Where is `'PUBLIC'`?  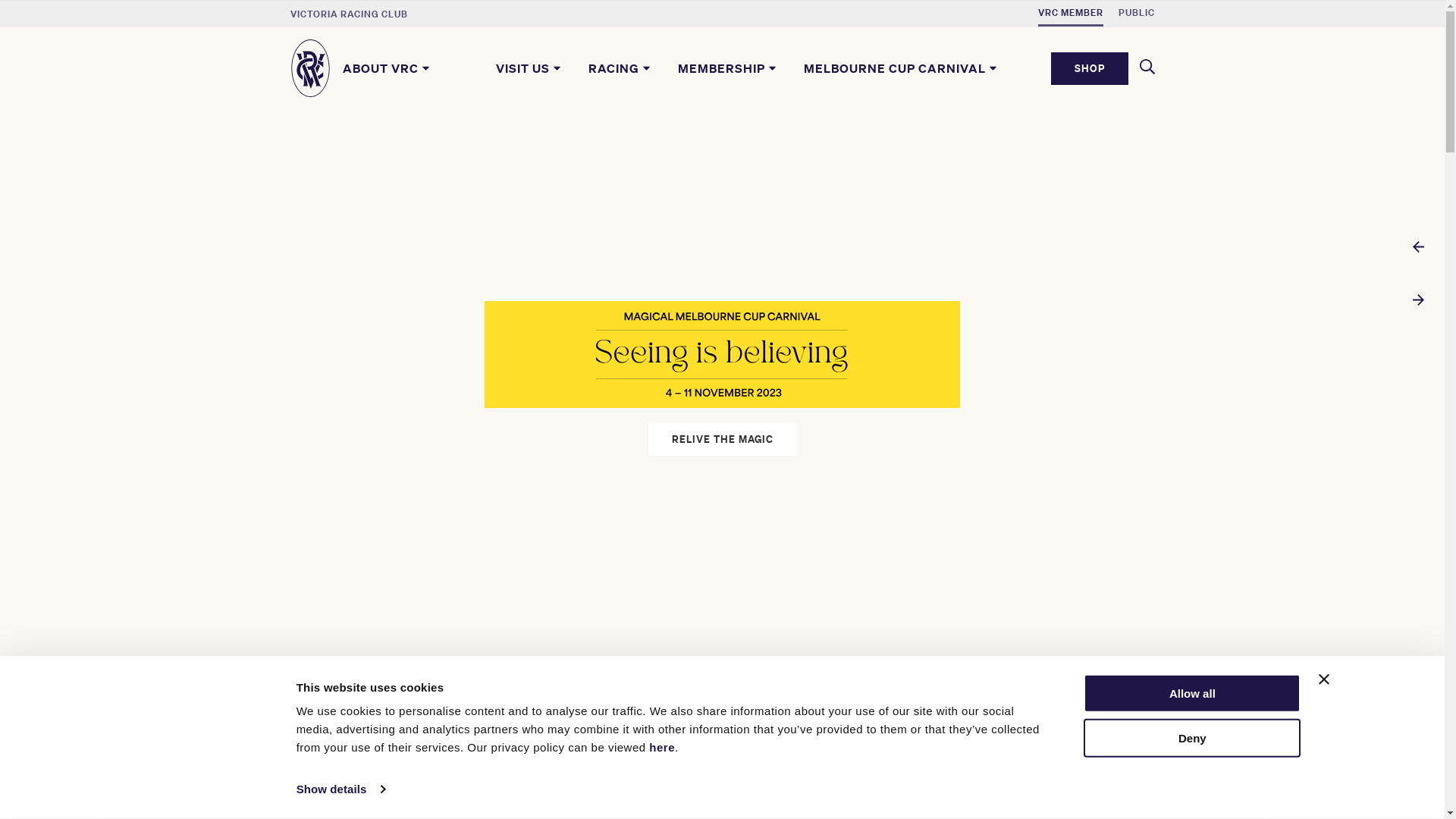 'PUBLIC' is located at coordinates (1117, 14).